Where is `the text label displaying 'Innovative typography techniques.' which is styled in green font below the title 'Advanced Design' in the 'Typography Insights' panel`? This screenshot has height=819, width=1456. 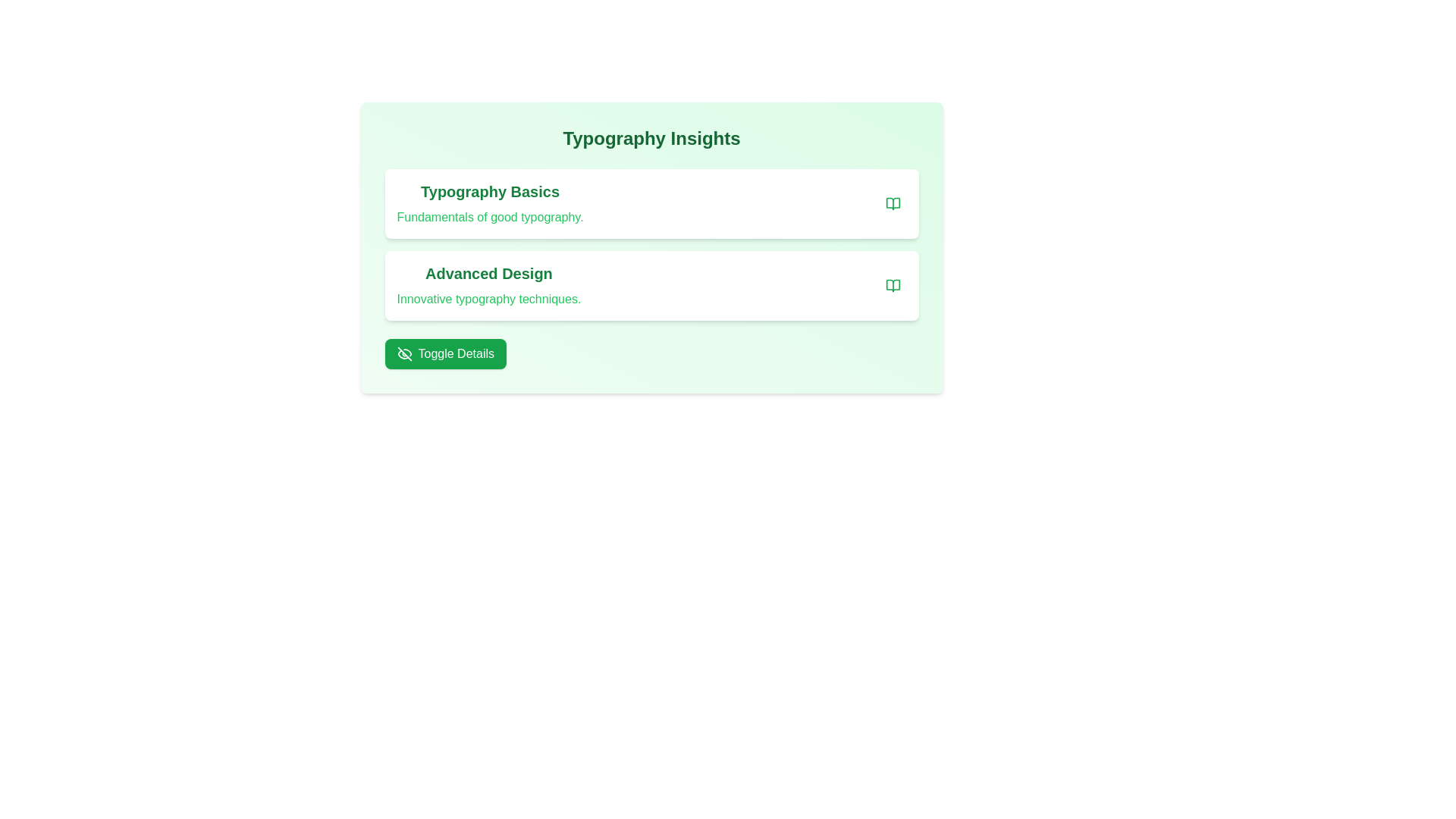
the text label displaying 'Innovative typography techniques.' which is styled in green font below the title 'Advanced Design' in the 'Typography Insights' panel is located at coordinates (488, 299).